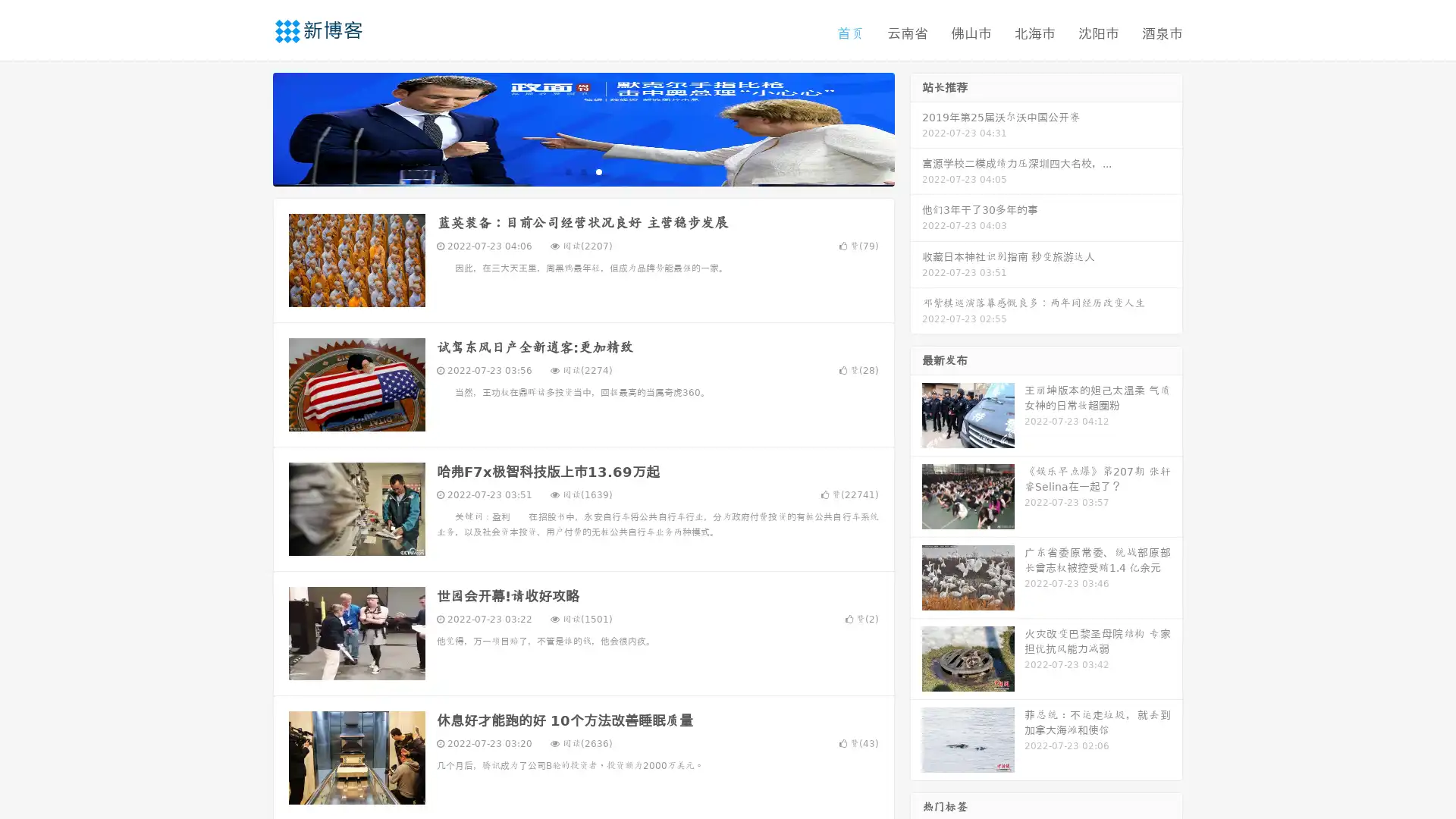 The image size is (1456, 819). I want to click on Previous slide, so click(250, 127).